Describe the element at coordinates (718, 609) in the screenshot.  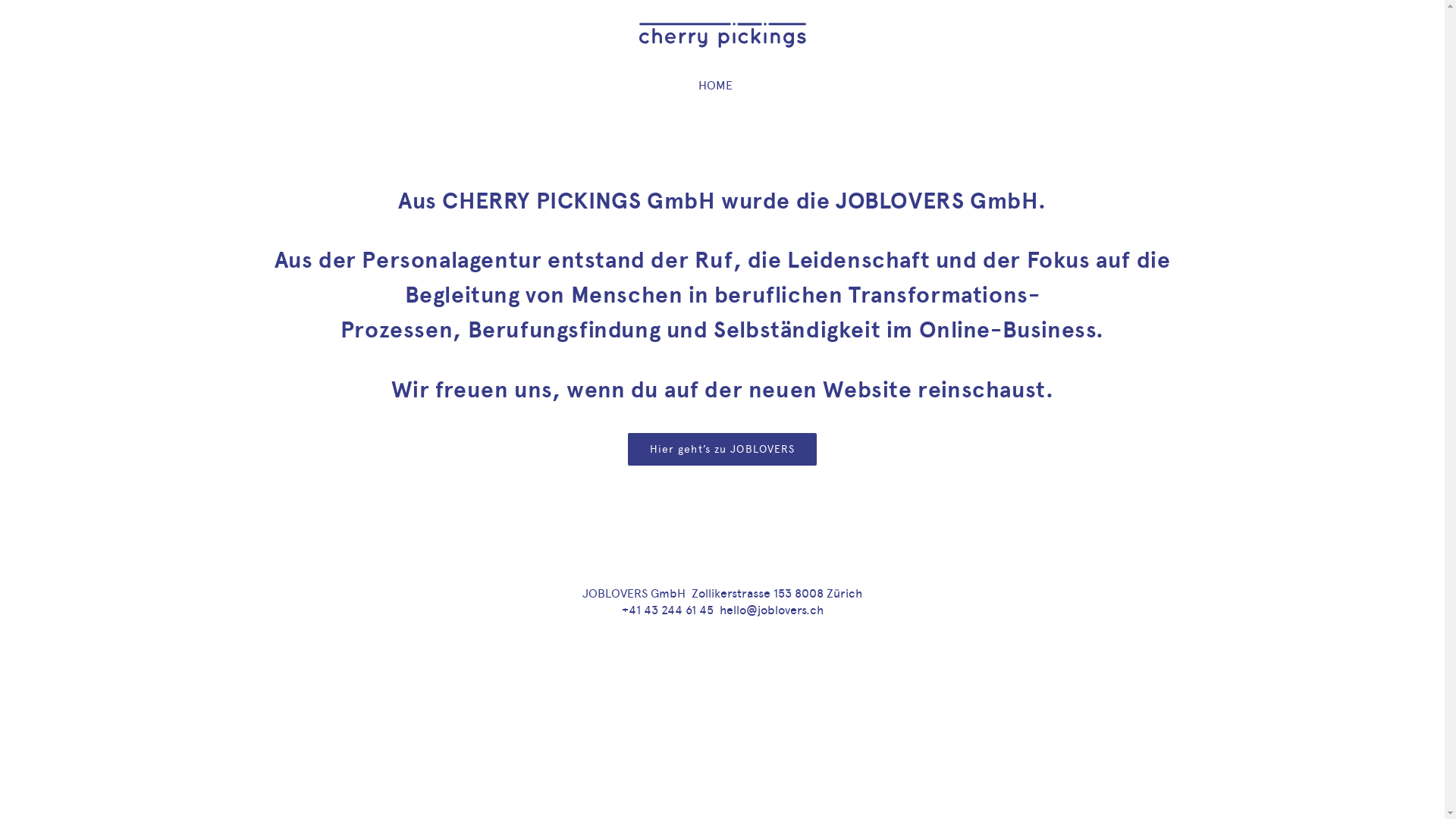
I see `'hello@joblovers.ch'` at that location.